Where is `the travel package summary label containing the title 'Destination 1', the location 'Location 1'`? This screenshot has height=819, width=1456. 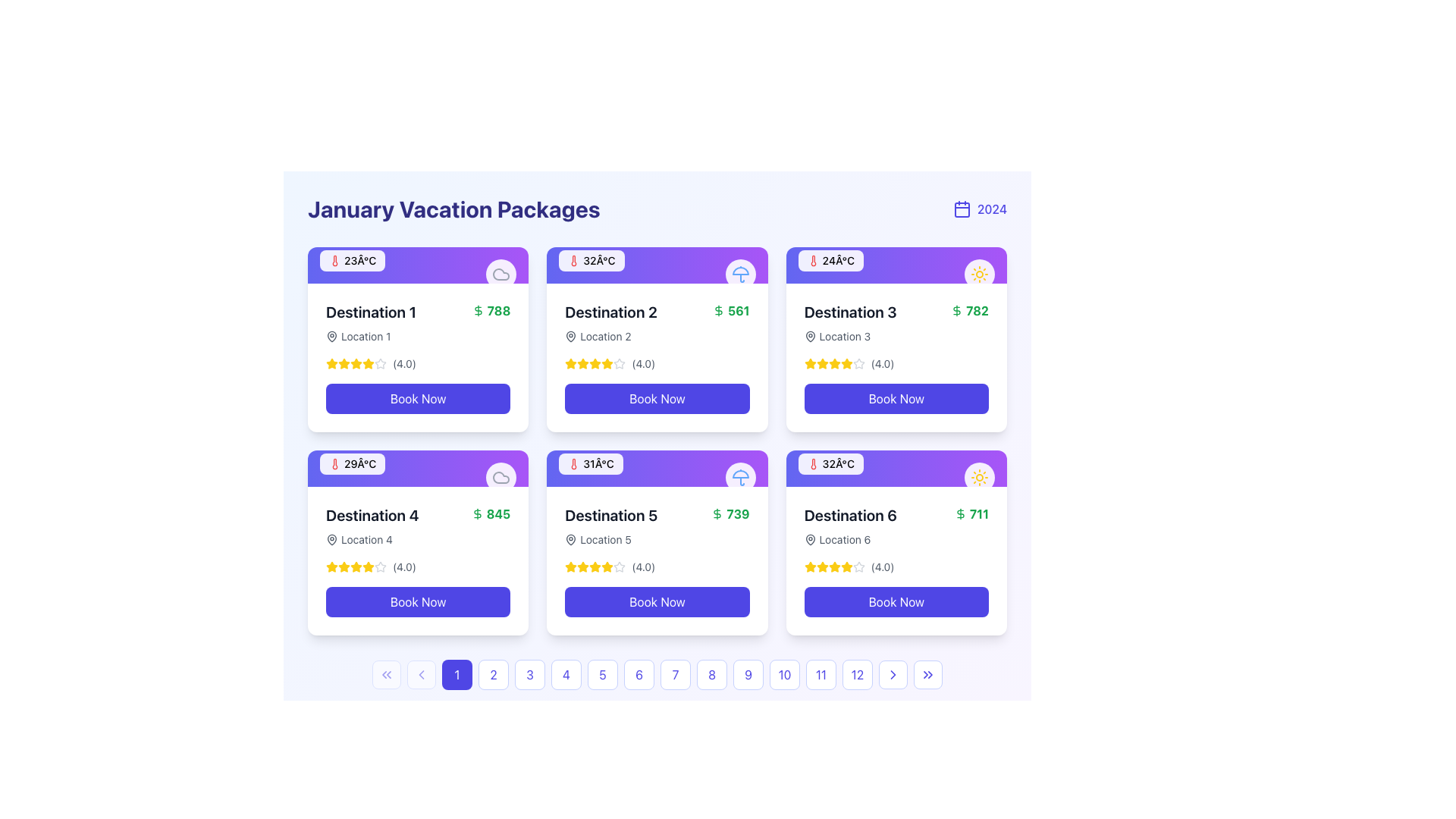 the travel package summary label containing the title 'Destination 1', the location 'Location 1' is located at coordinates (418, 322).